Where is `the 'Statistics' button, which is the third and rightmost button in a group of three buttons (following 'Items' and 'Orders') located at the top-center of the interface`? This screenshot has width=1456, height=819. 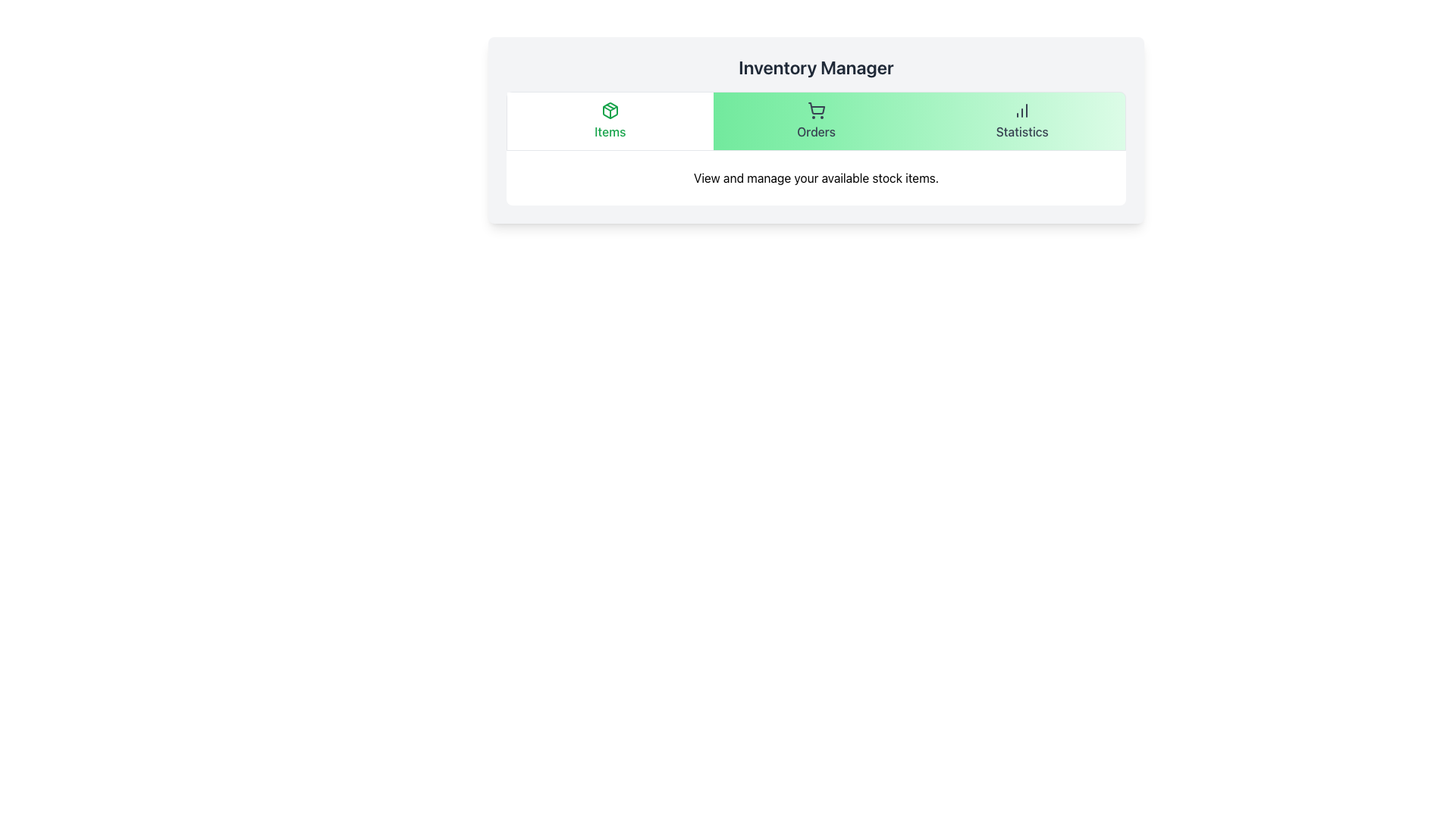
the 'Statistics' button, which is the third and rightmost button in a group of three buttons (following 'Items' and 'Orders') located at the top-center of the interface is located at coordinates (1022, 120).